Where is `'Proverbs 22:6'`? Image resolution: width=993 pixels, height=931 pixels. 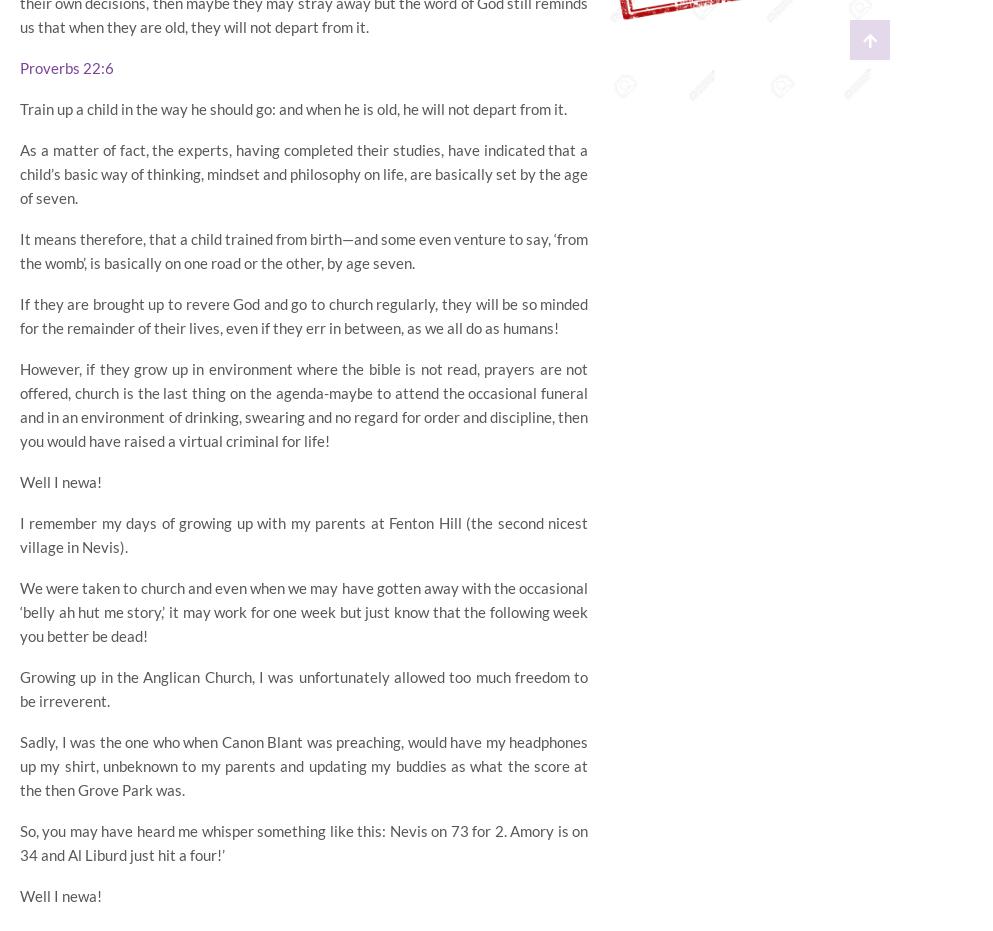
'Proverbs 22:6' is located at coordinates (67, 66).